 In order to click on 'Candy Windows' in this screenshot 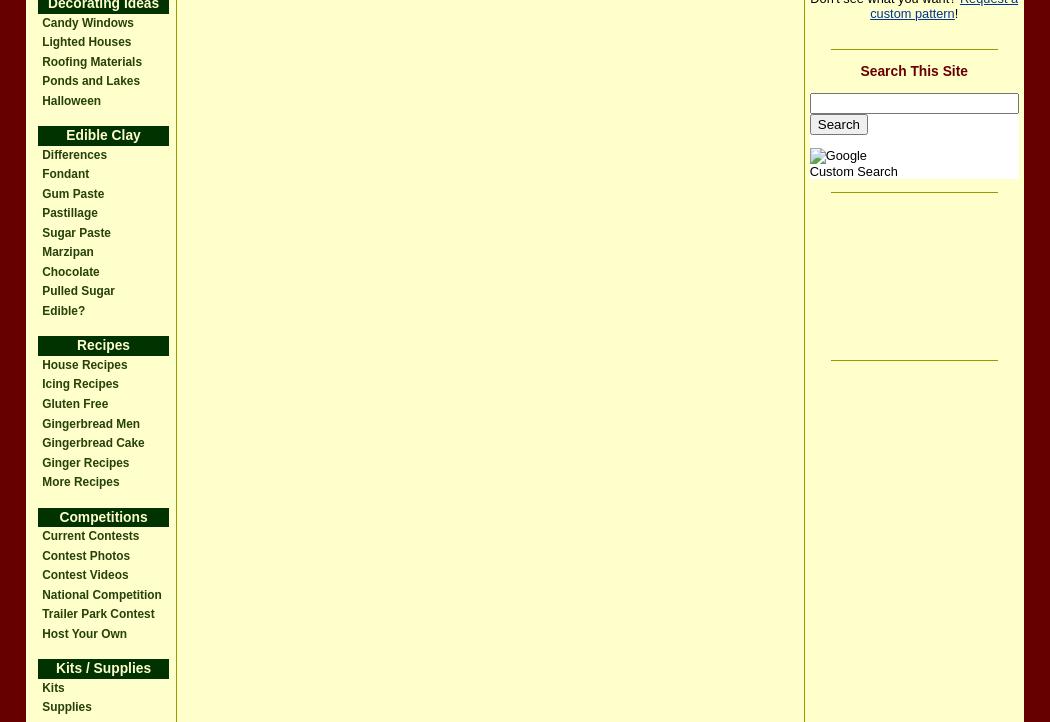, I will do `click(87, 22)`.